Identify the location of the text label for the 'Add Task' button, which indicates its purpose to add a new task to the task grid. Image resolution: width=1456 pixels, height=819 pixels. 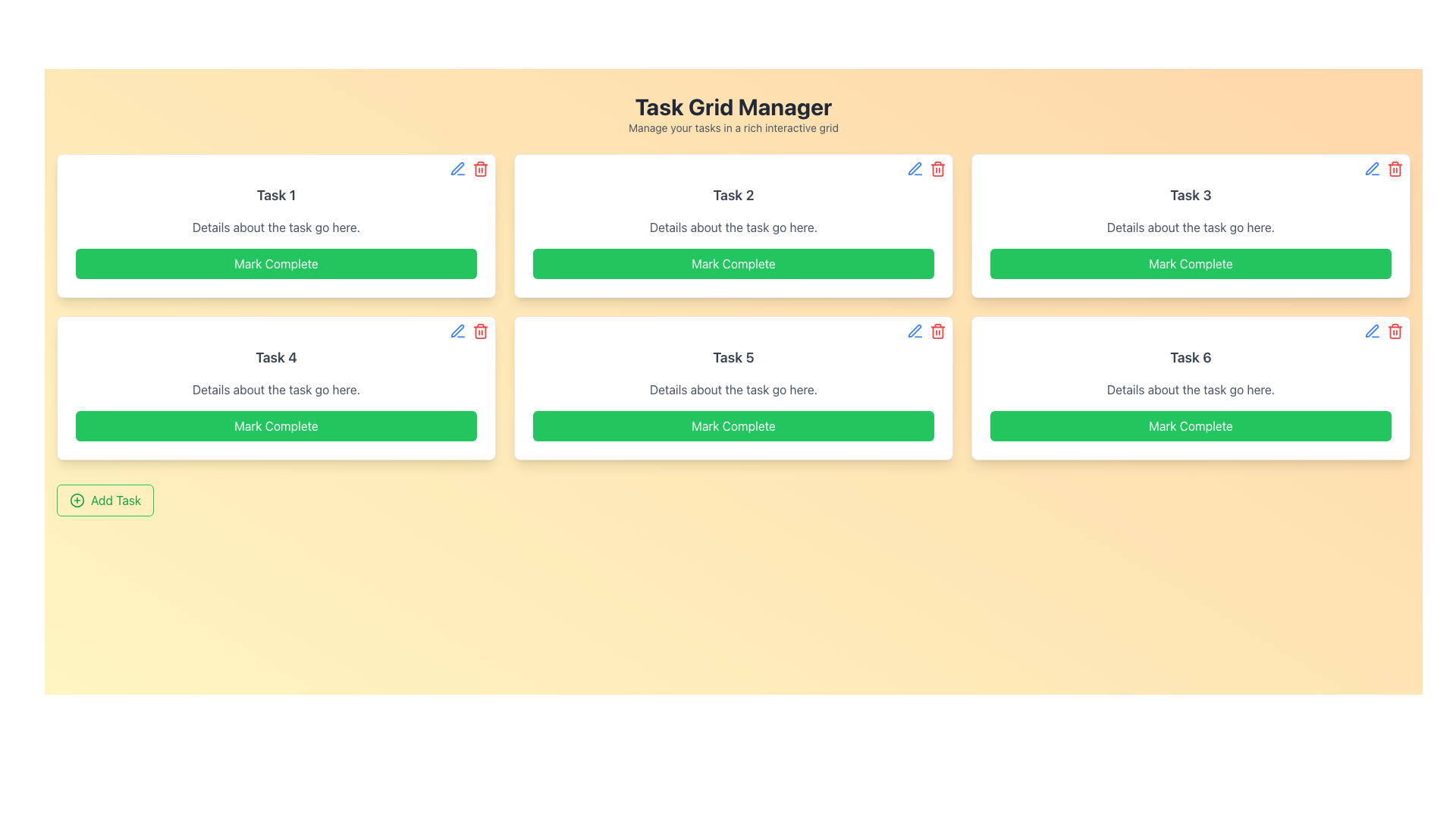
(115, 500).